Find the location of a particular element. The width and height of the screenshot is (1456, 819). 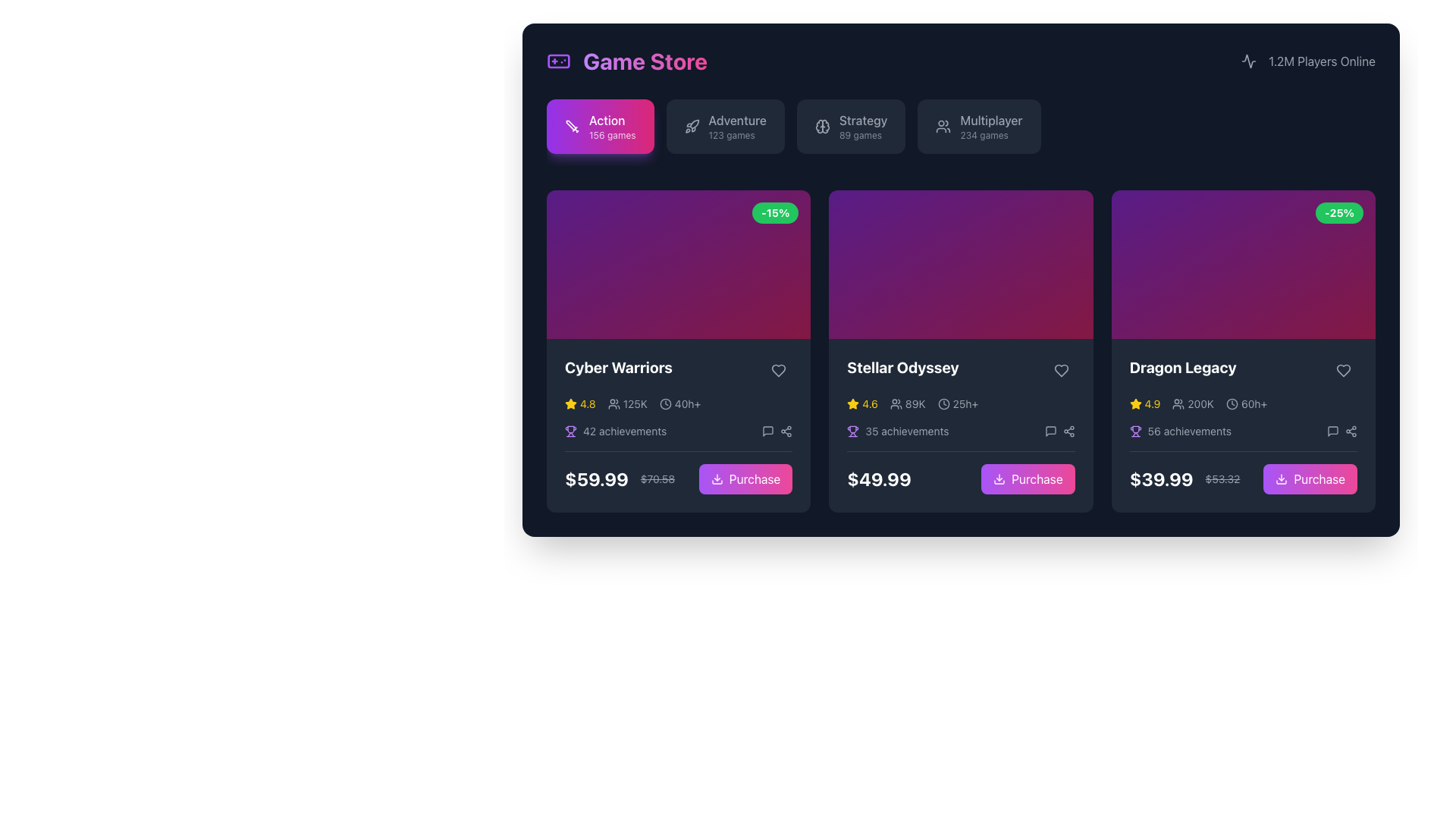

the interactive speech bubble icon located below the 'Dragon Legacy' game title is located at coordinates (1332, 430).